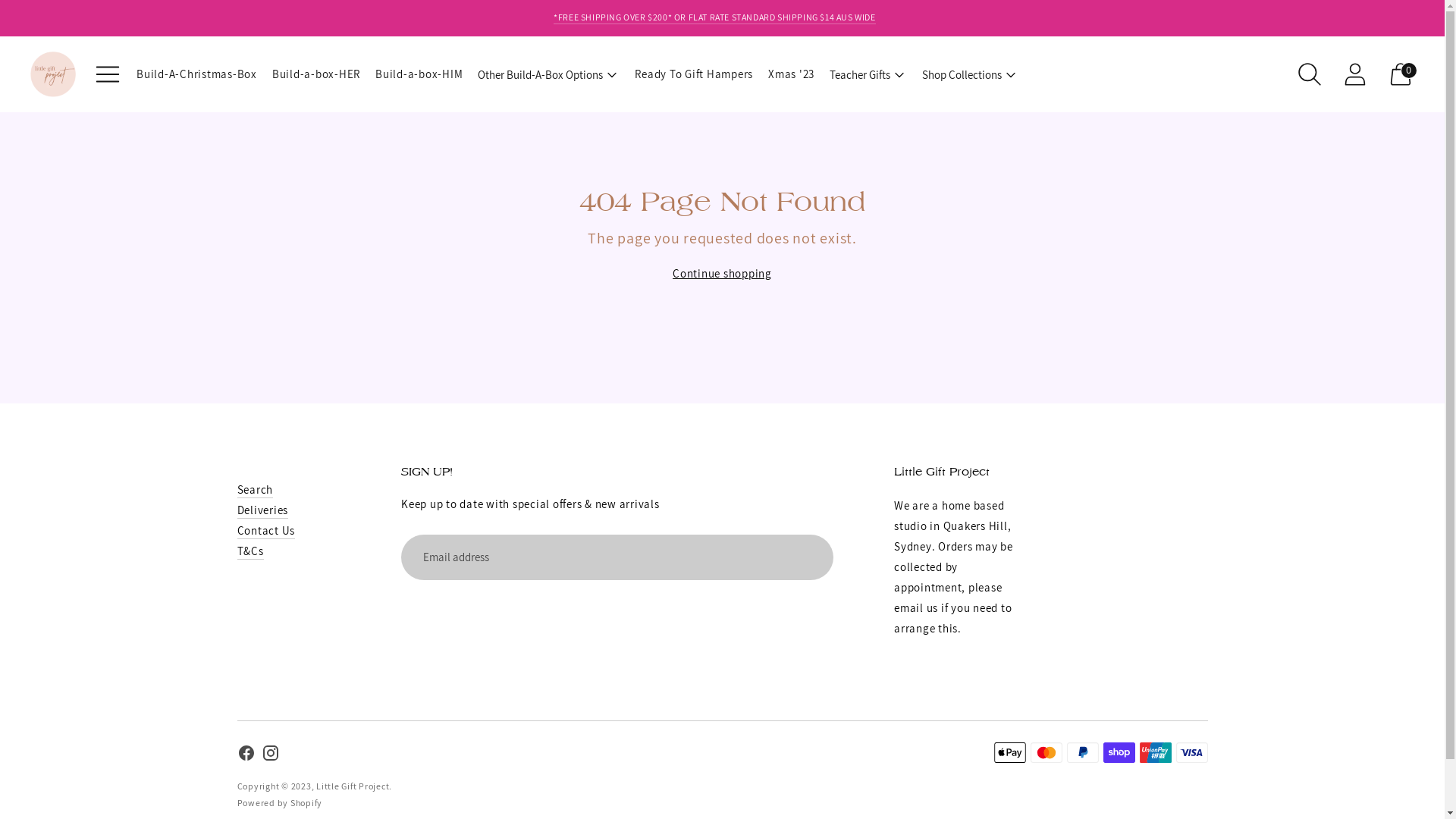 This screenshot has height=819, width=1456. I want to click on 'Powered by Shopify', so click(236, 802).